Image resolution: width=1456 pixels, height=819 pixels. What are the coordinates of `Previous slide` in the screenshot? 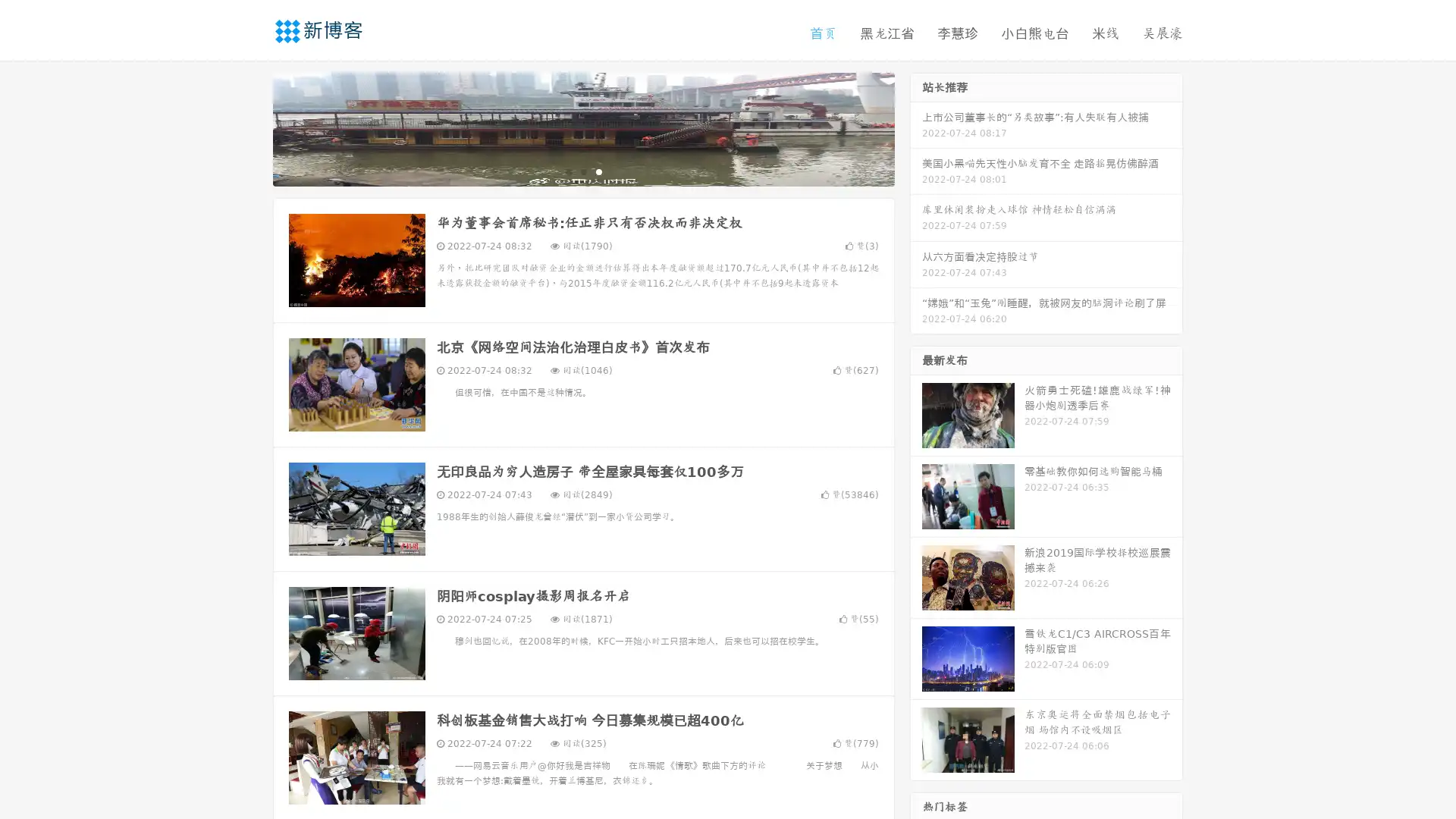 It's located at (250, 127).